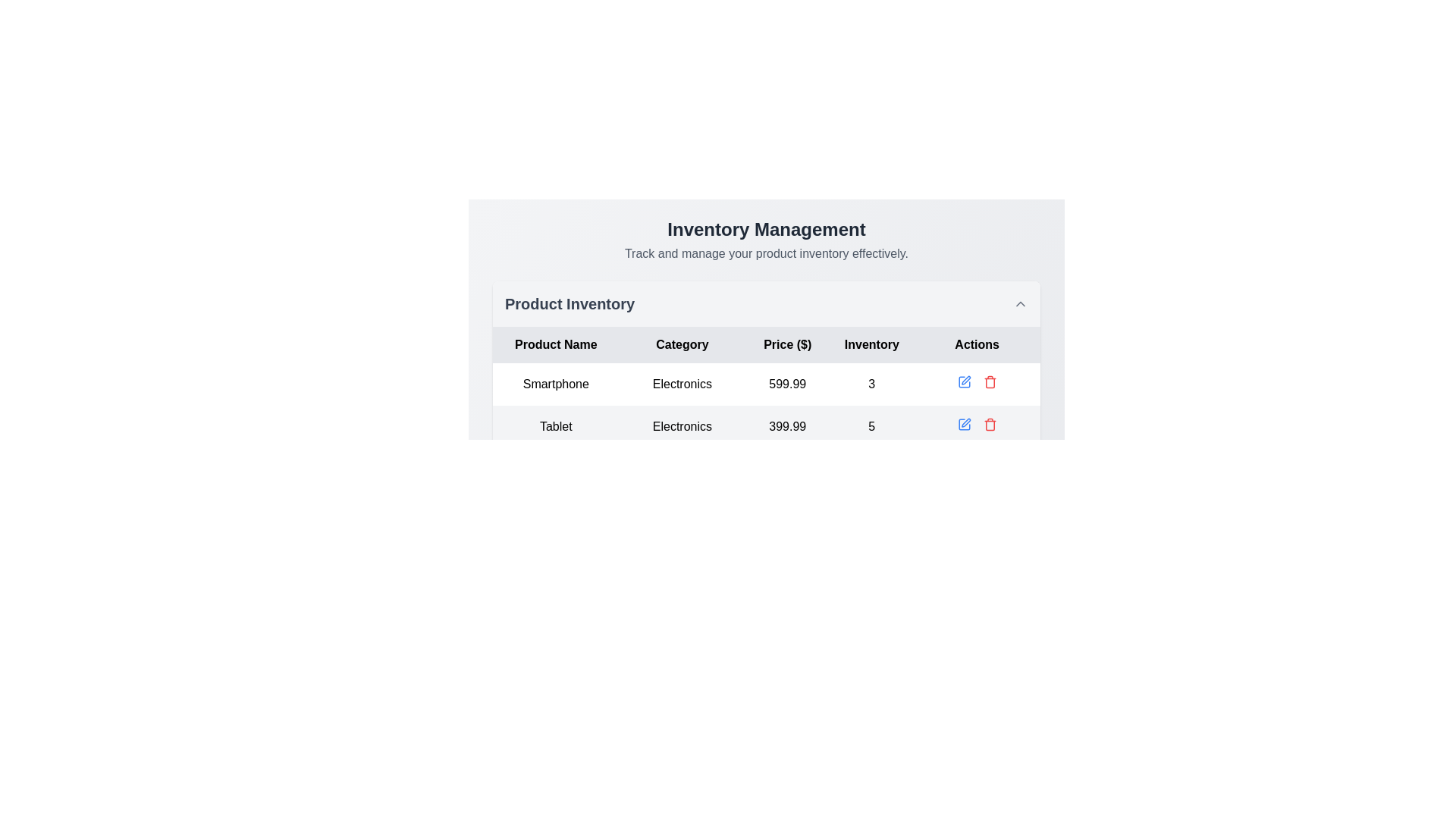  Describe the element at coordinates (681, 345) in the screenshot. I see `the 'Category' column label in the table, which is the second column header located between 'Product Name' and 'Price ($)'` at that location.